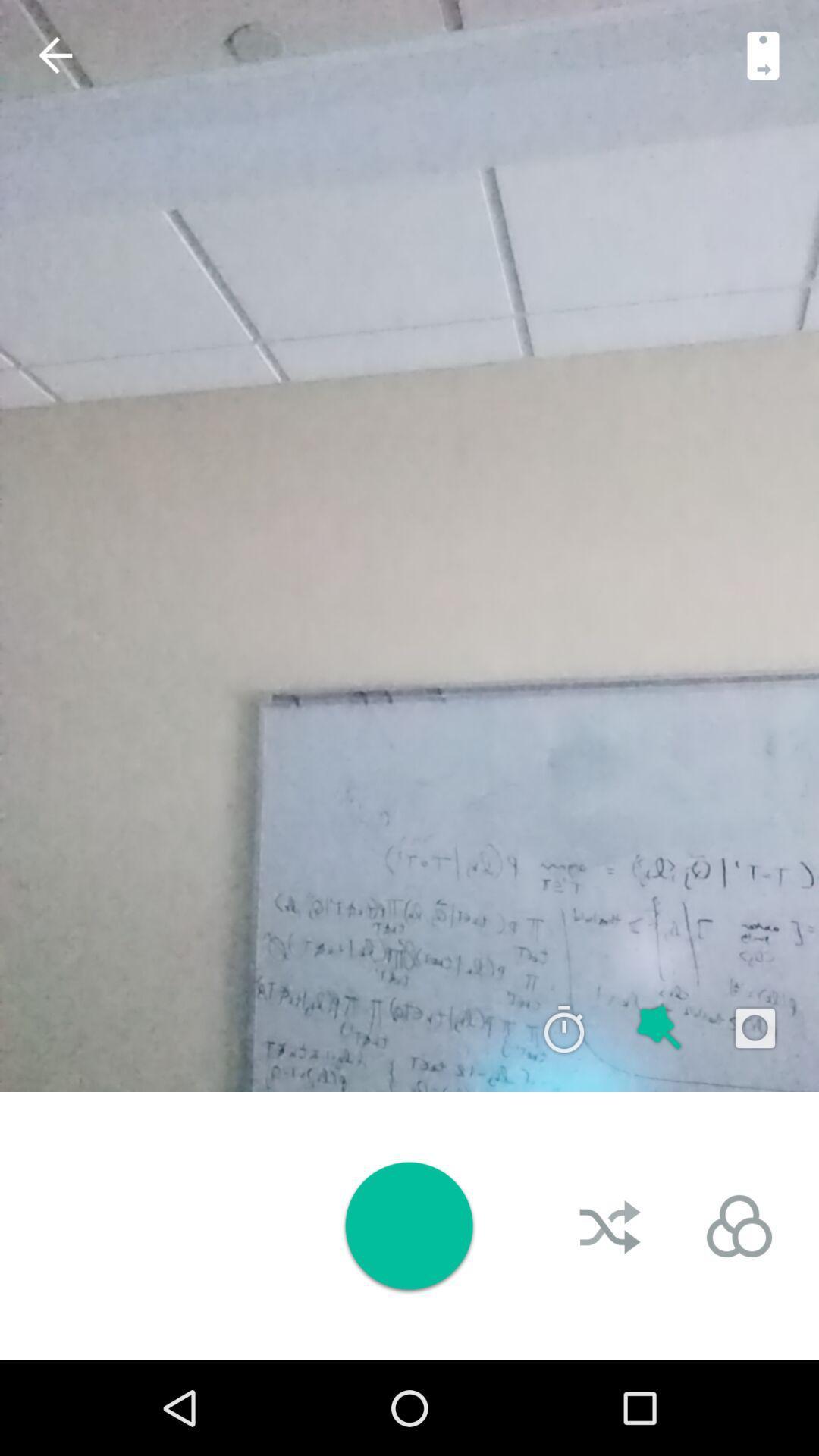 The height and width of the screenshot is (1456, 819). I want to click on switch camera, so click(763, 55).